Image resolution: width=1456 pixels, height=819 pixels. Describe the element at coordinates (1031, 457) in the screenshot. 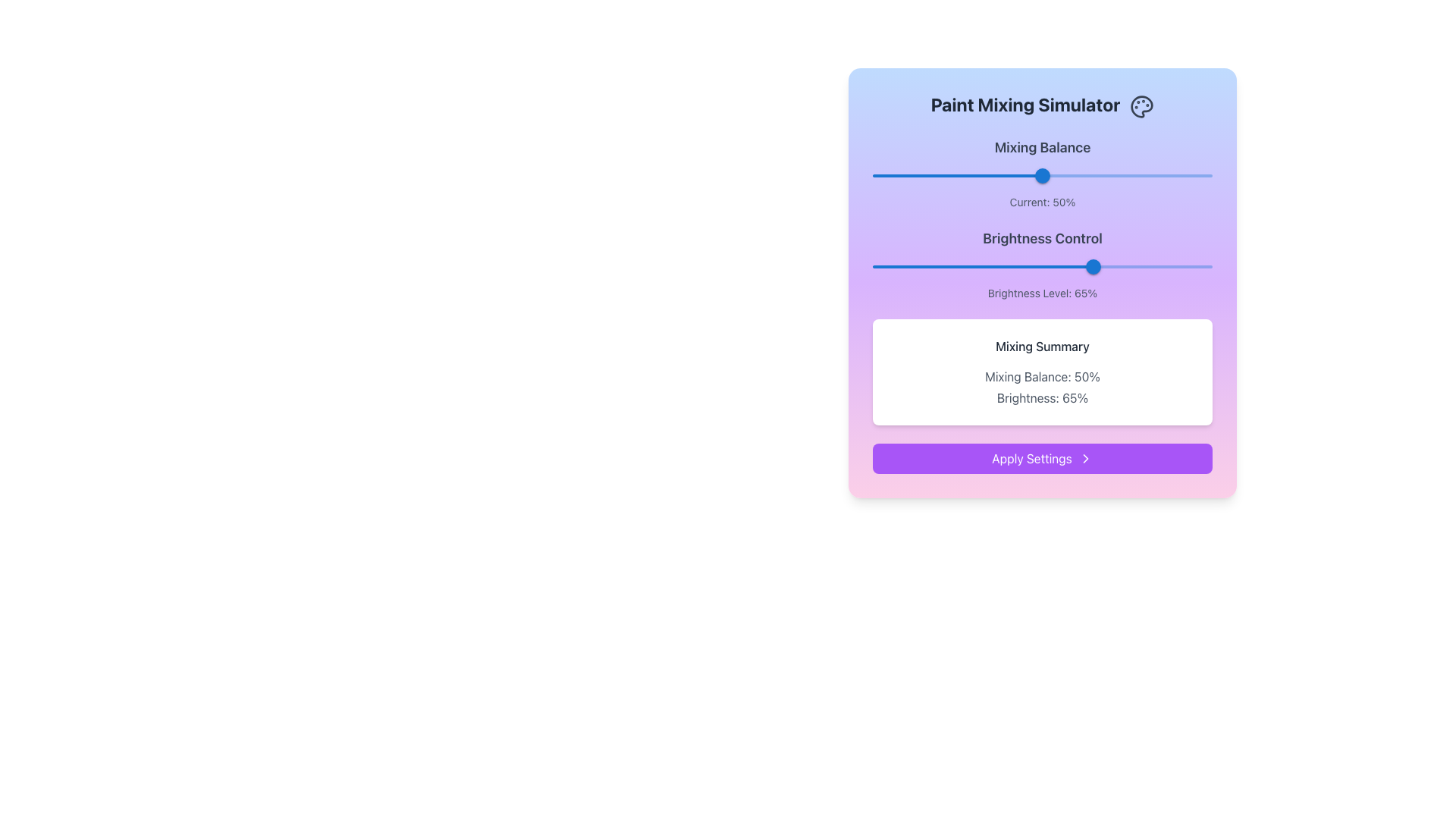

I see `the text label located within the button at the center-bottom of the 'Paint Mixing Simulator' panel to interact with the button` at that location.